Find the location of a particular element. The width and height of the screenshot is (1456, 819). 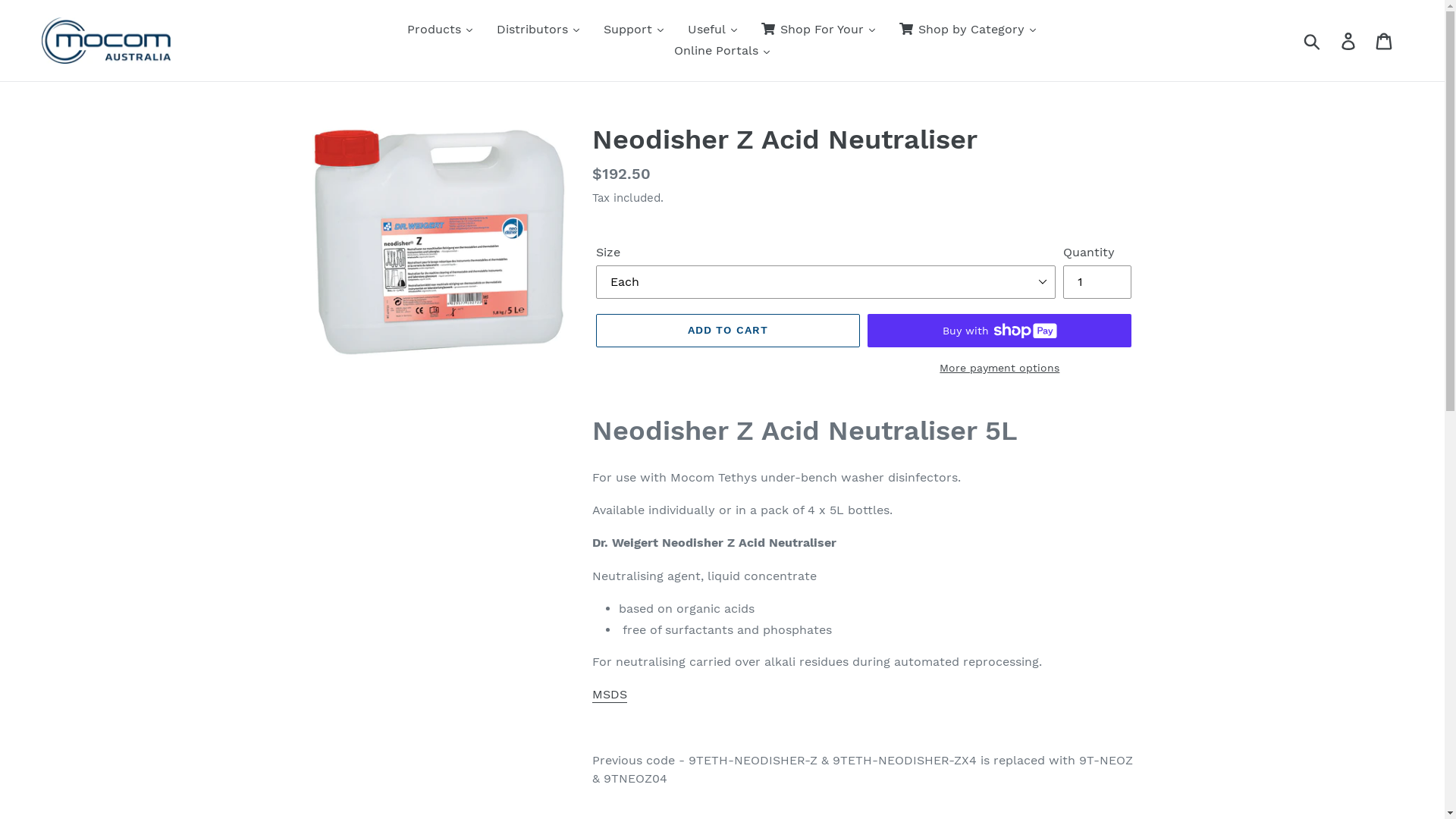

'Online Portals' is located at coordinates (662, 49).